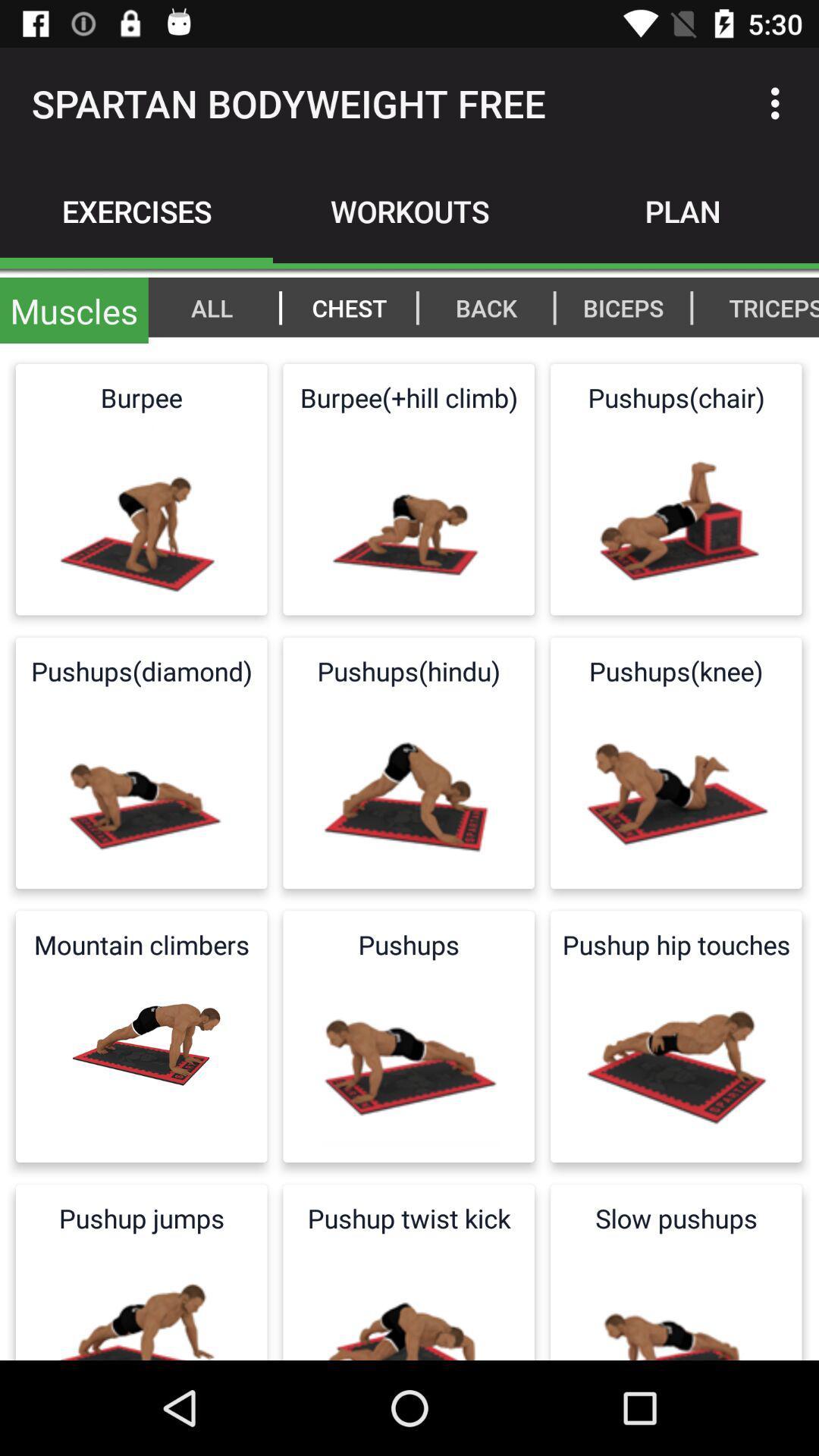  What do you see at coordinates (779, 102) in the screenshot?
I see `the item next to spartan bodyweight free item` at bounding box center [779, 102].